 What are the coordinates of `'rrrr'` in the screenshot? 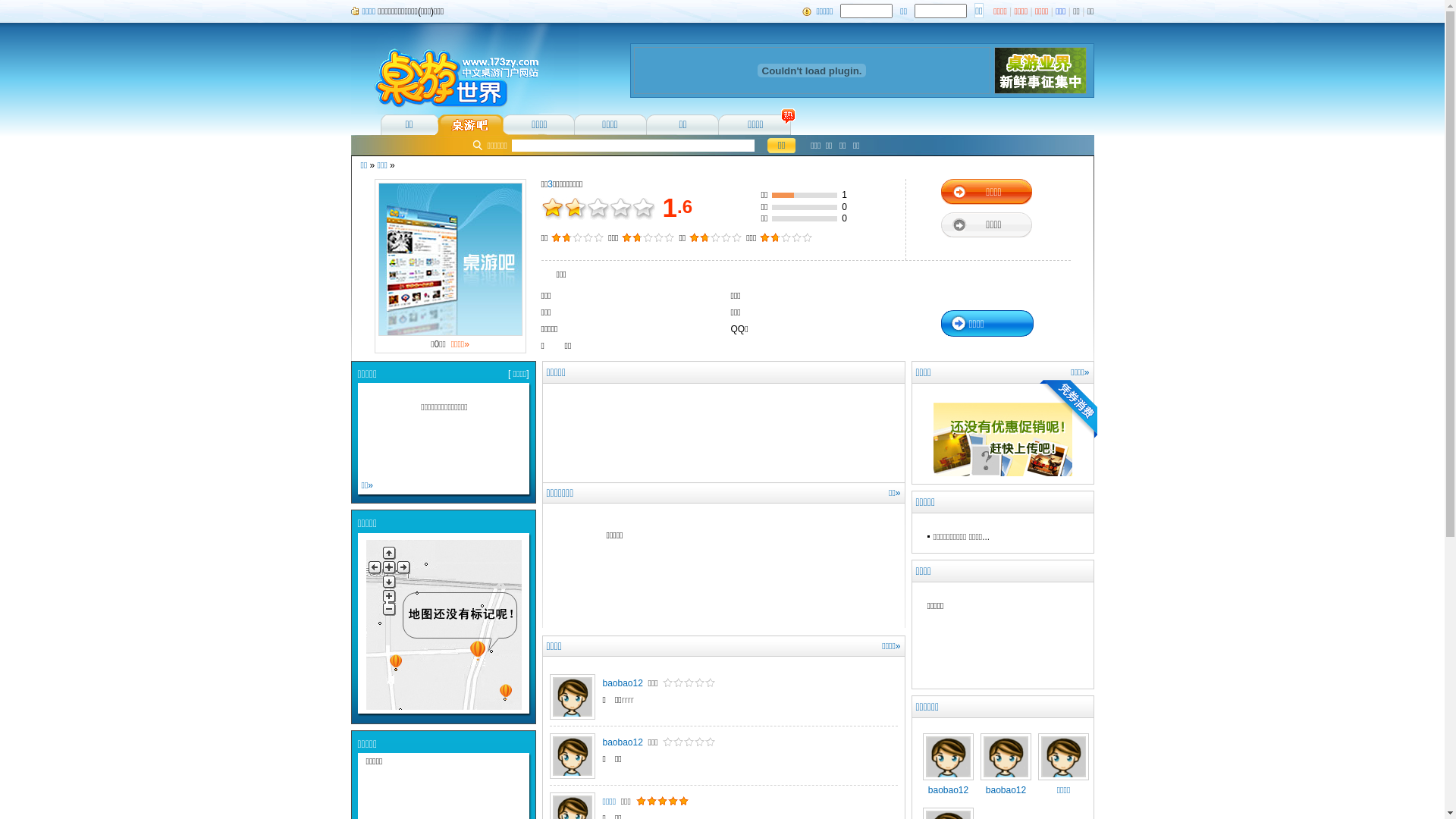 It's located at (628, 699).